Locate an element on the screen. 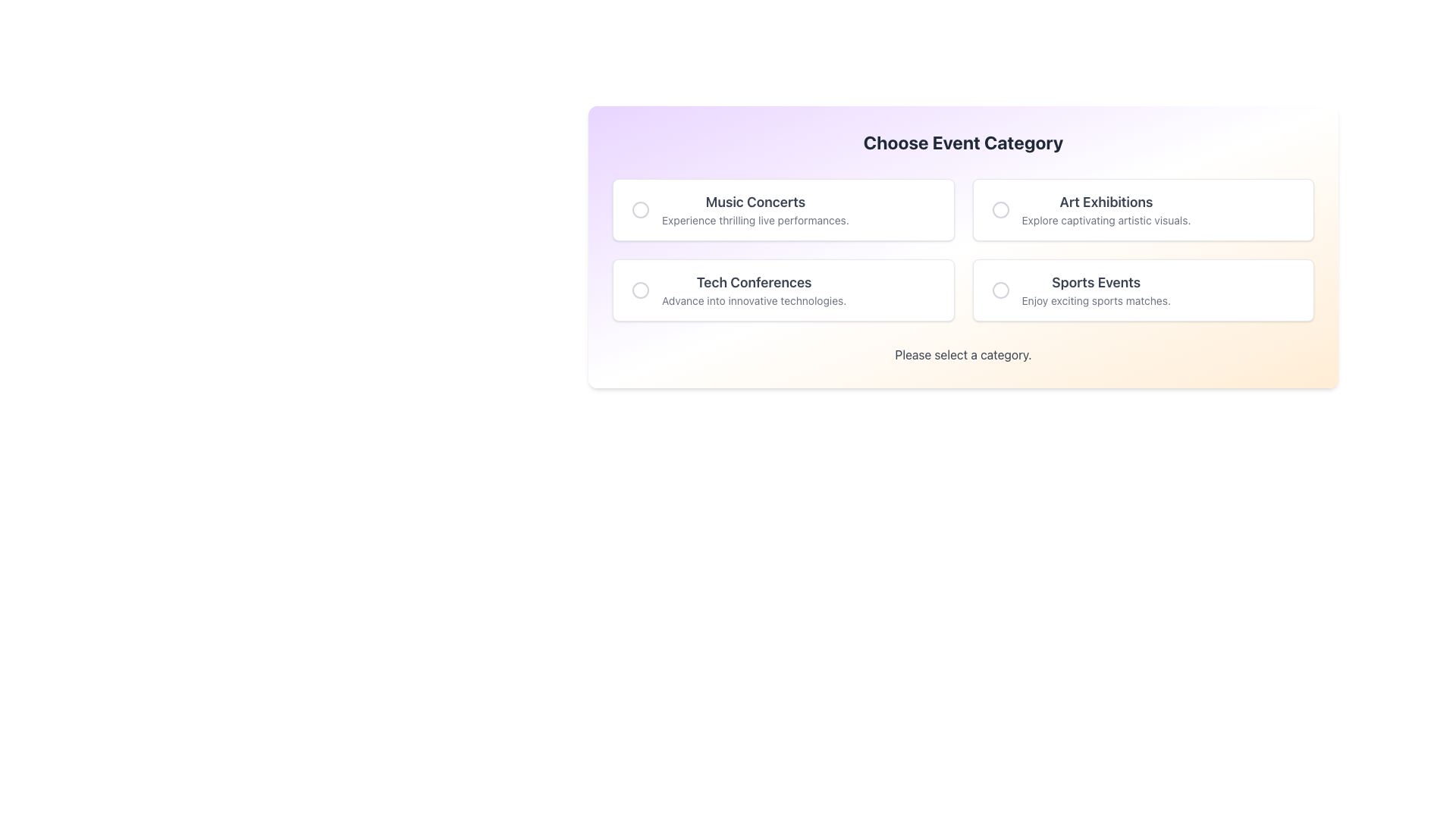 The image size is (1456, 819). the 'Sports Events' text label, which provides information about the Sports Events category and is located in the bottom-right quadrant of the grid of selection cards is located at coordinates (1096, 290).